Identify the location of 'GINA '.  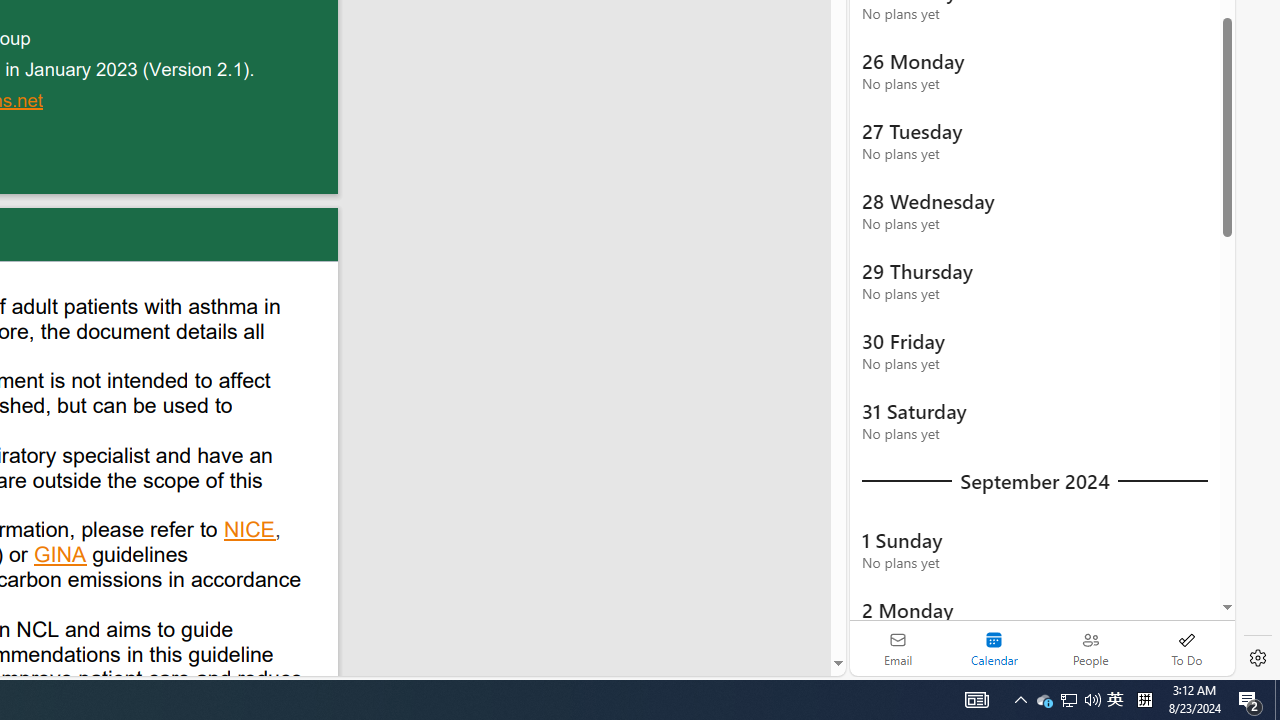
(61, 557).